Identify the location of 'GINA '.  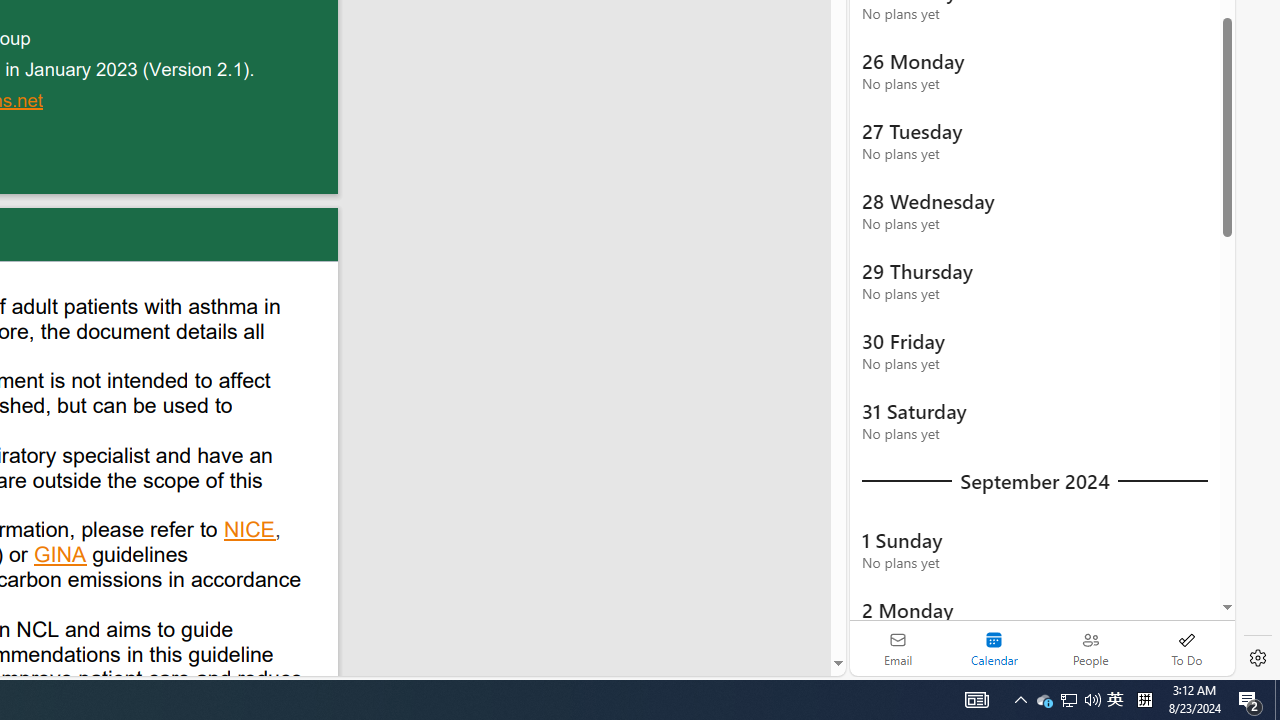
(61, 557).